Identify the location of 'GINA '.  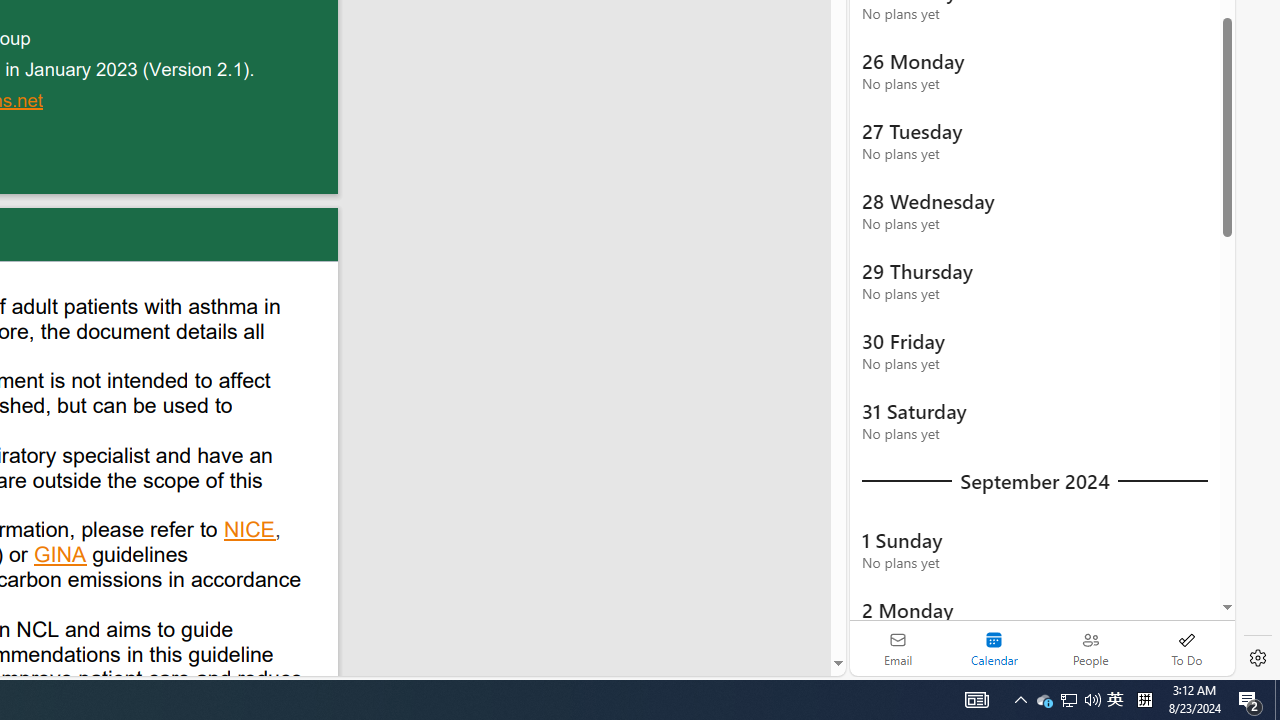
(61, 557).